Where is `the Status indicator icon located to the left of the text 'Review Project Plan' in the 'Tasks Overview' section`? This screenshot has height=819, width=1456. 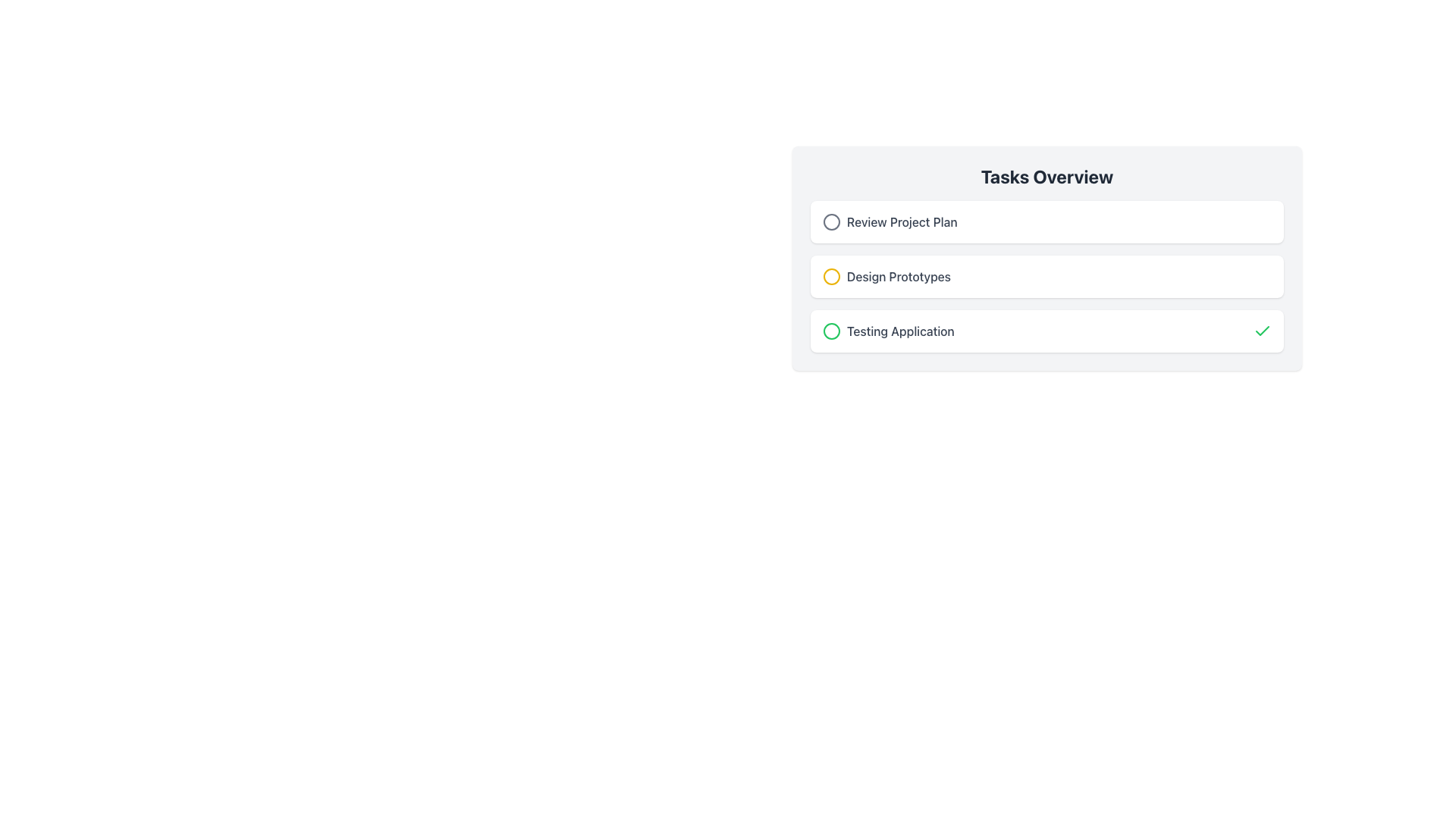
the Status indicator icon located to the left of the text 'Review Project Plan' in the 'Tasks Overview' section is located at coordinates (831, 222).